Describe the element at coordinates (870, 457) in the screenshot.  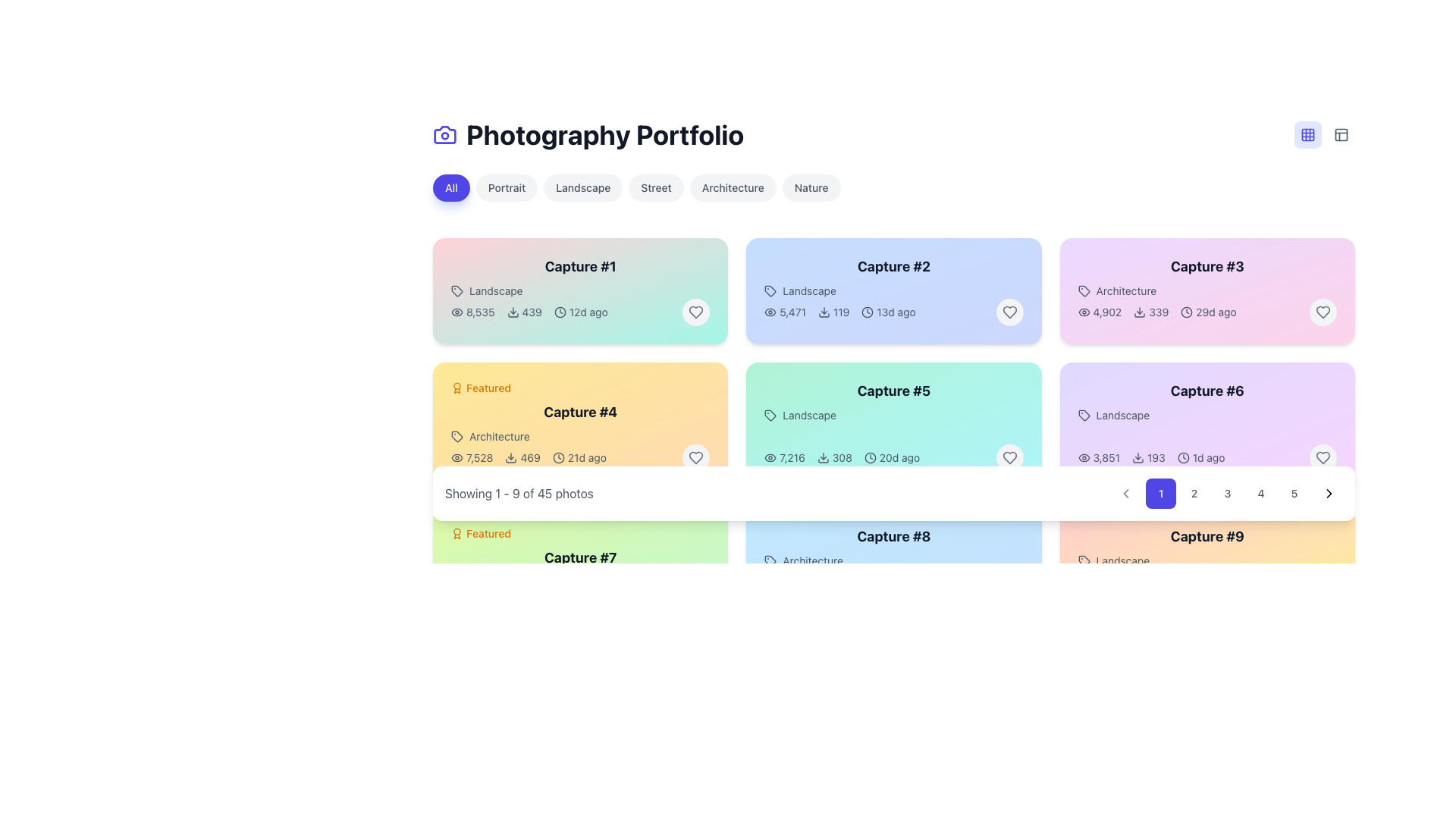
I see `the visual indicator icon next to the text '20d ago' in the bottom right section of the card labeled 'Capture #5'` at that location.